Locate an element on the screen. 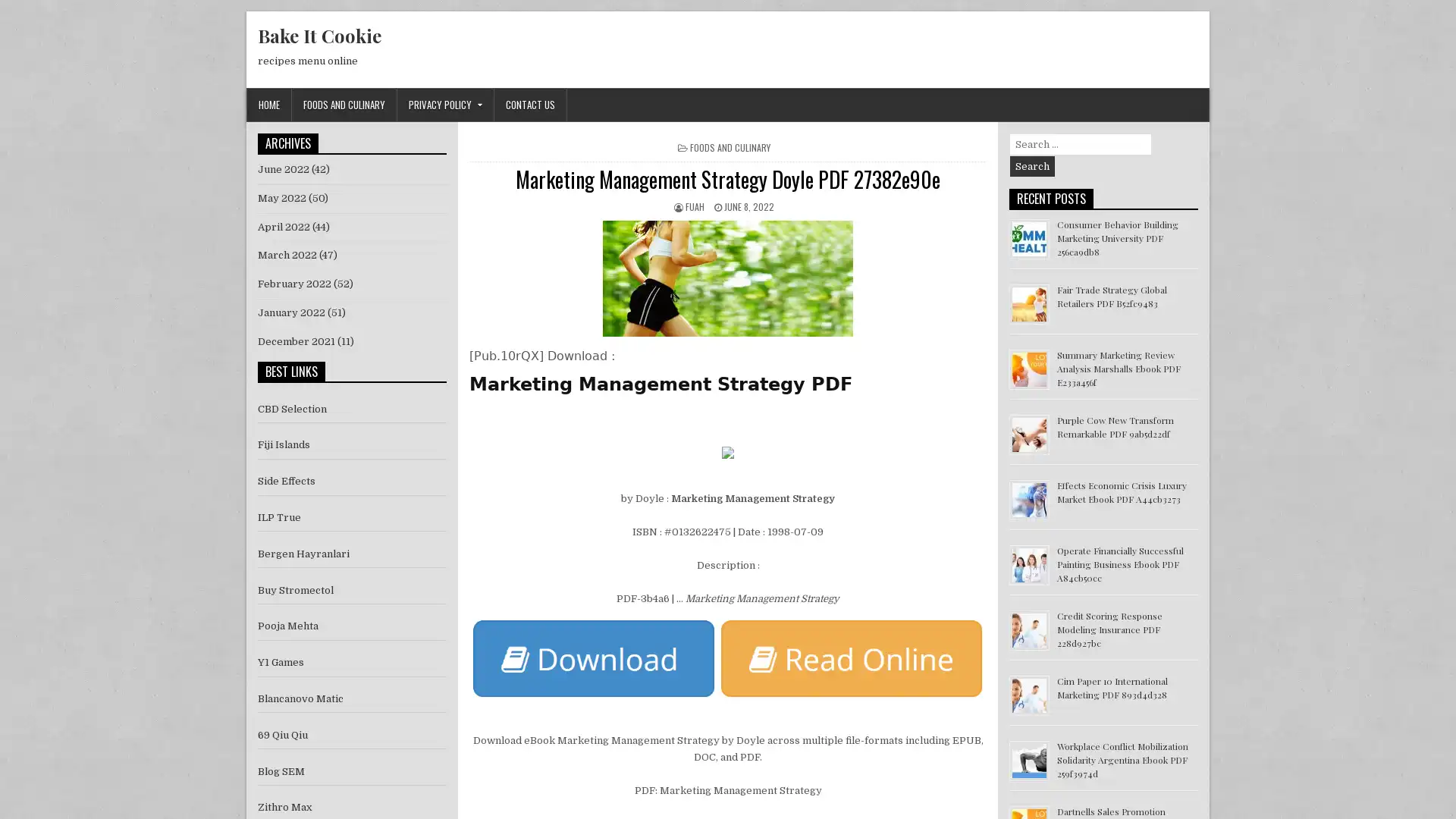  Search is located at coordinates (1031, 166).